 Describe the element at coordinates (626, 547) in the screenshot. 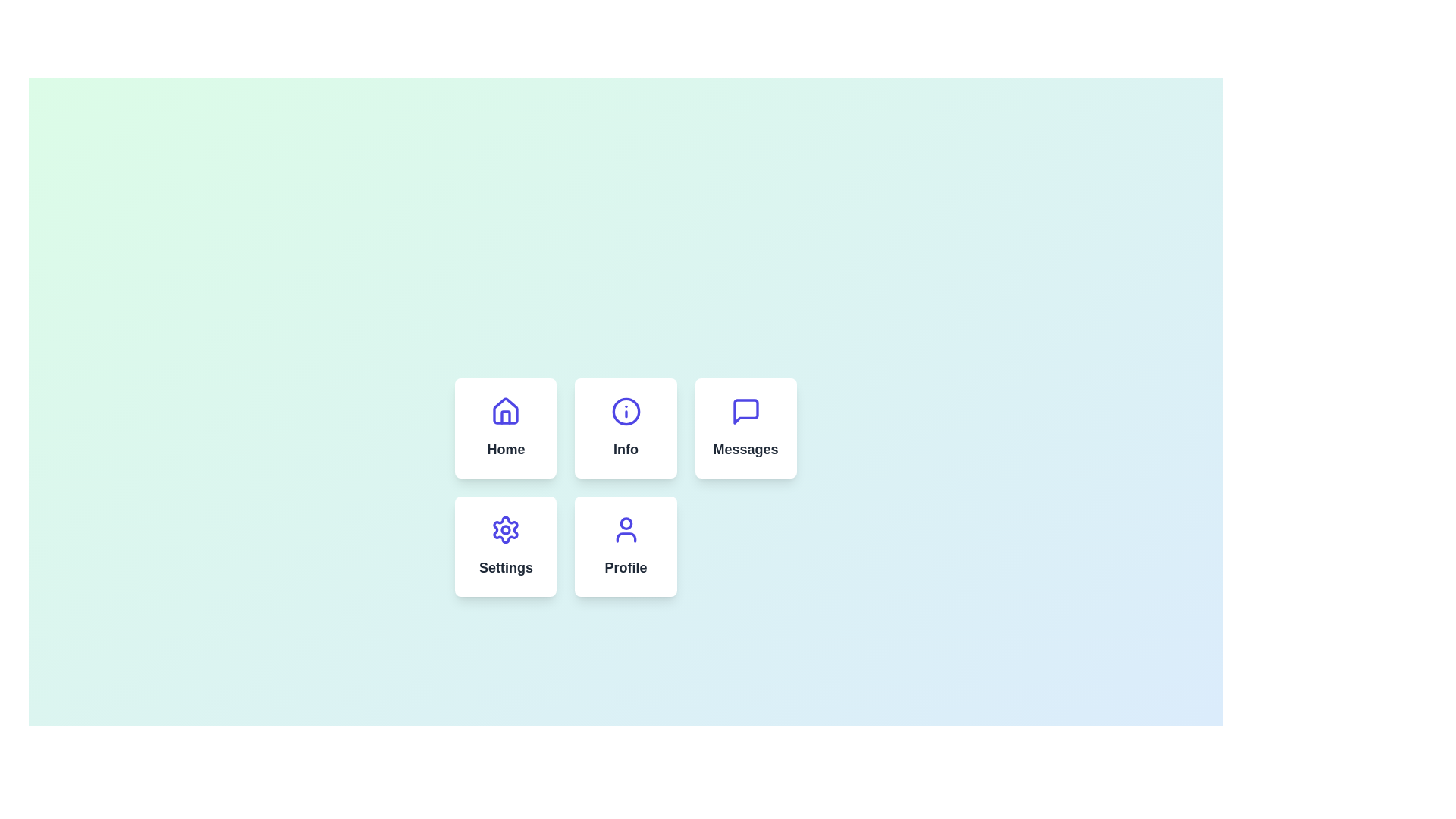

I see `the 'Profile' clickable card located in the second row, second from the left` at that location.